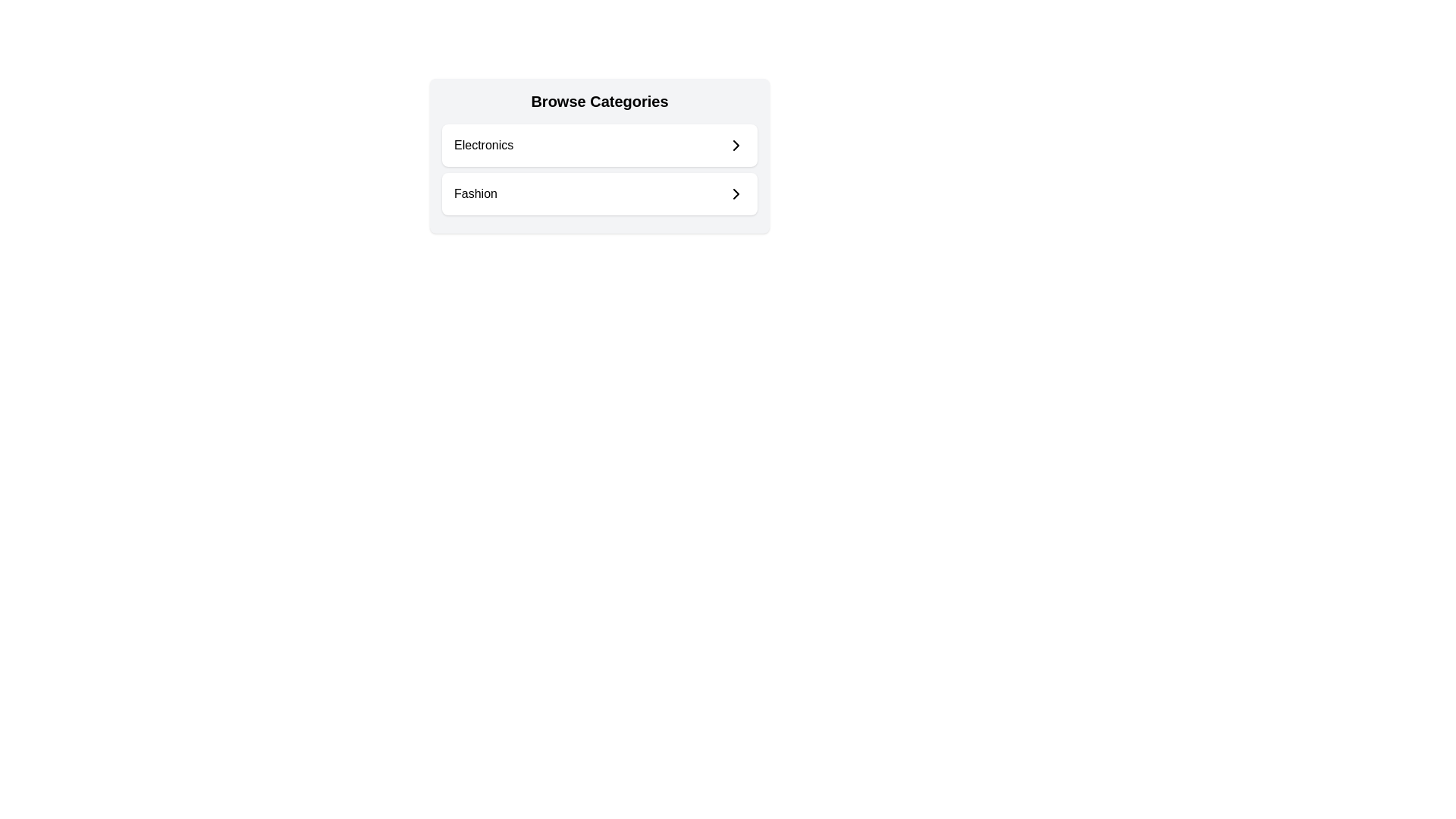 The image size is (1456, 819). What do you see at coordinates (736, 193) in the screenshot?
I see `the chevron icon associated with the 'Fashion' category, which indicates further navigation options` at bounding box center [736, 193].